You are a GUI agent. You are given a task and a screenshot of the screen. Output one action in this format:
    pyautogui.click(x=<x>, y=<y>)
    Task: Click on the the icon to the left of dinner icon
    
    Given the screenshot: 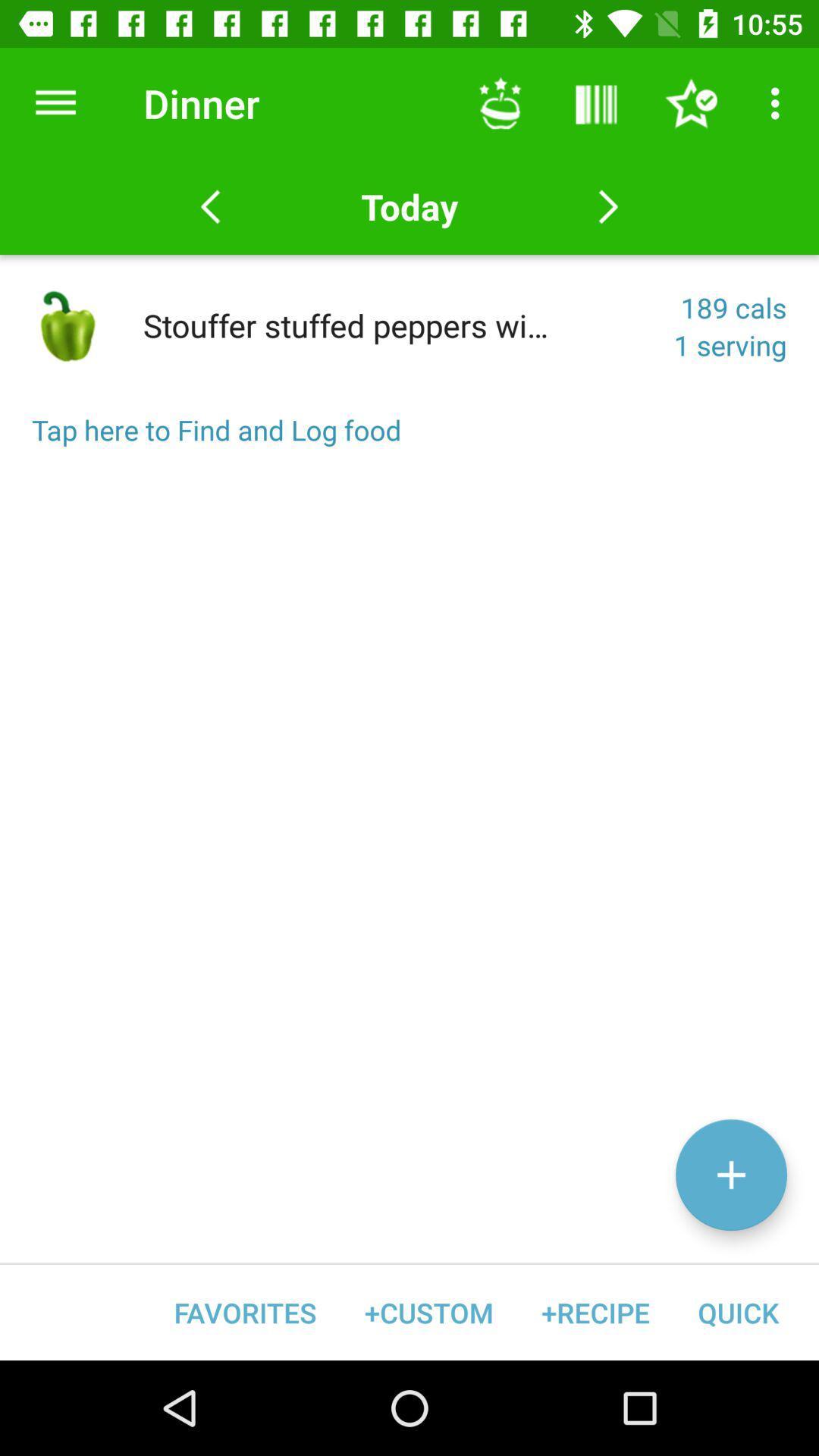 What is the action you would take?
    pyautogui.click(x=55, y=102)
    